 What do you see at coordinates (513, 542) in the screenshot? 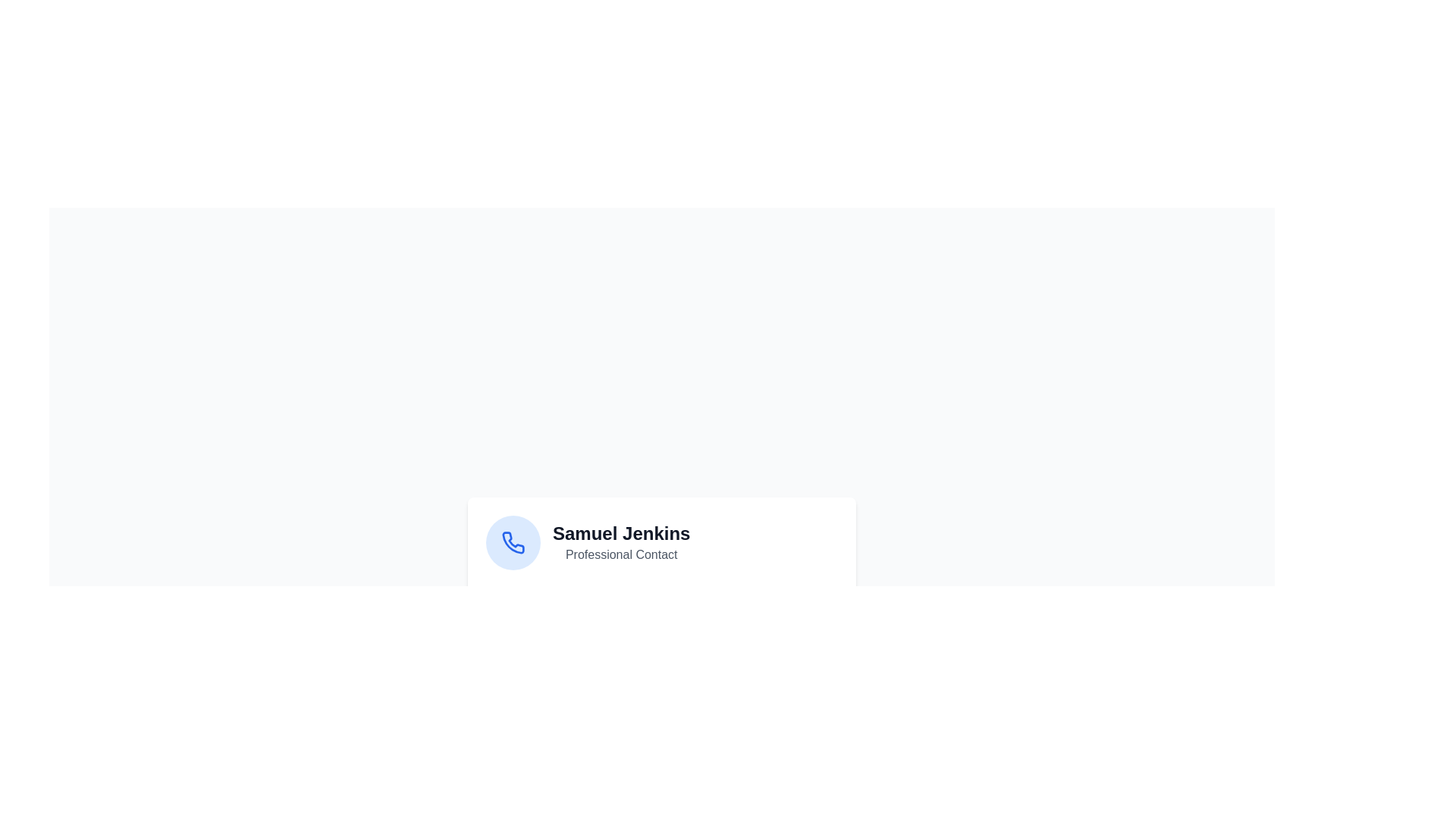
I see `the circular icon with a light blue background and blue phone symbol, indicating a call-related function, located to the left of 'Samuel Jenkins' and 'Professional Contact'` at bounding box center [513, 542].